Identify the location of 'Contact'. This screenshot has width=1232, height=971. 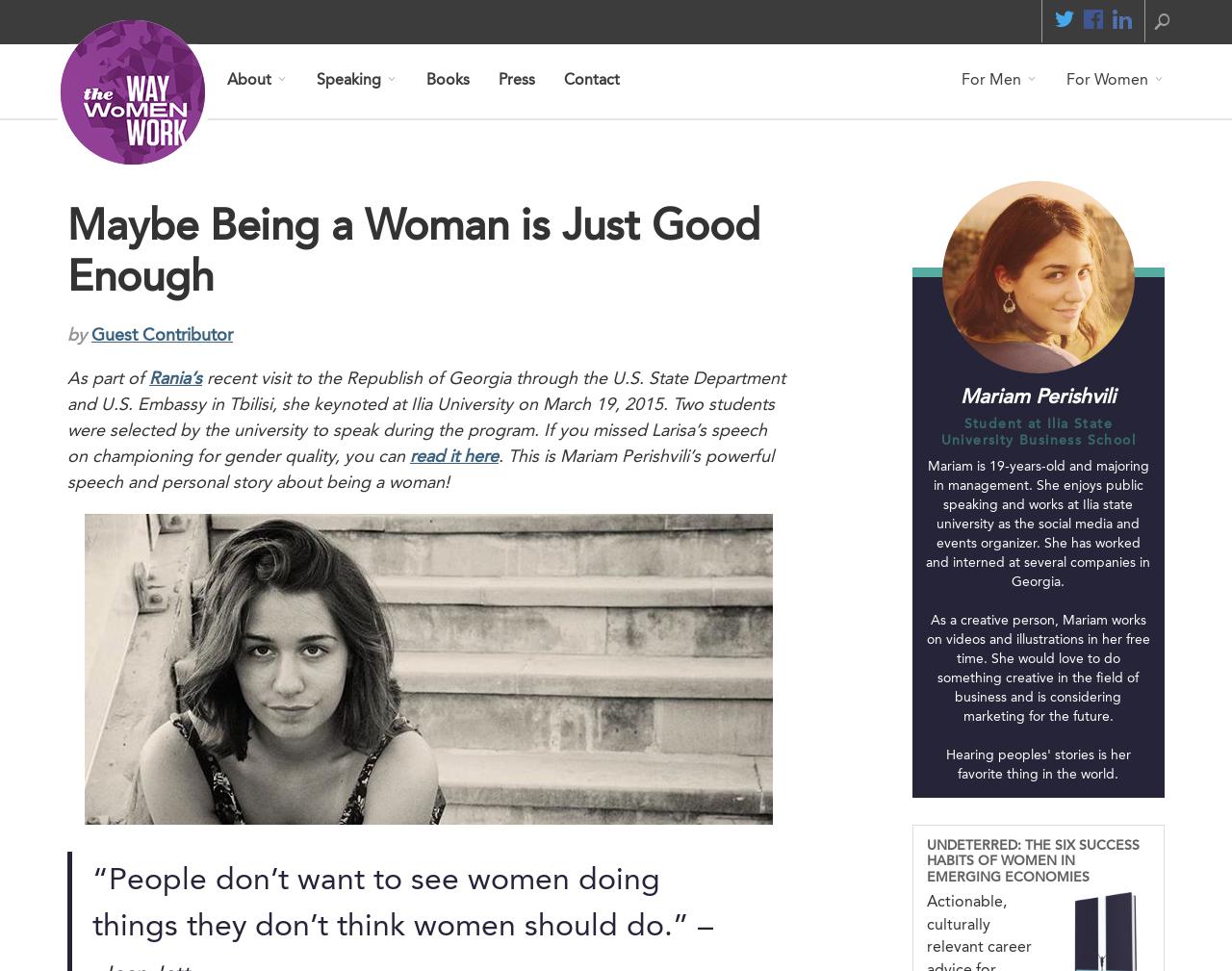
(562, 79).